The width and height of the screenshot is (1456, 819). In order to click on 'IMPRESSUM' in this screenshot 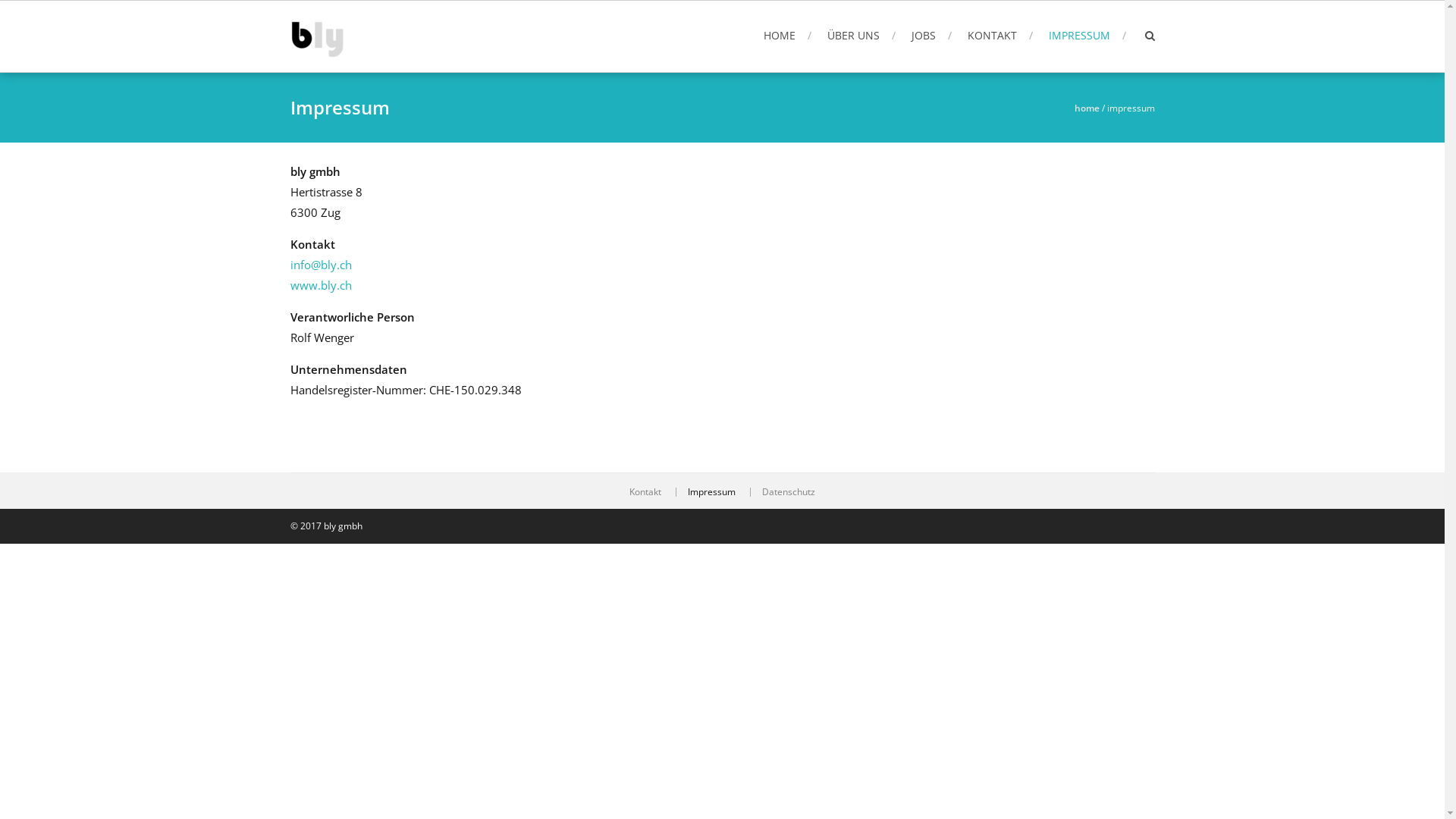, I will do `click(1047, 34)`.